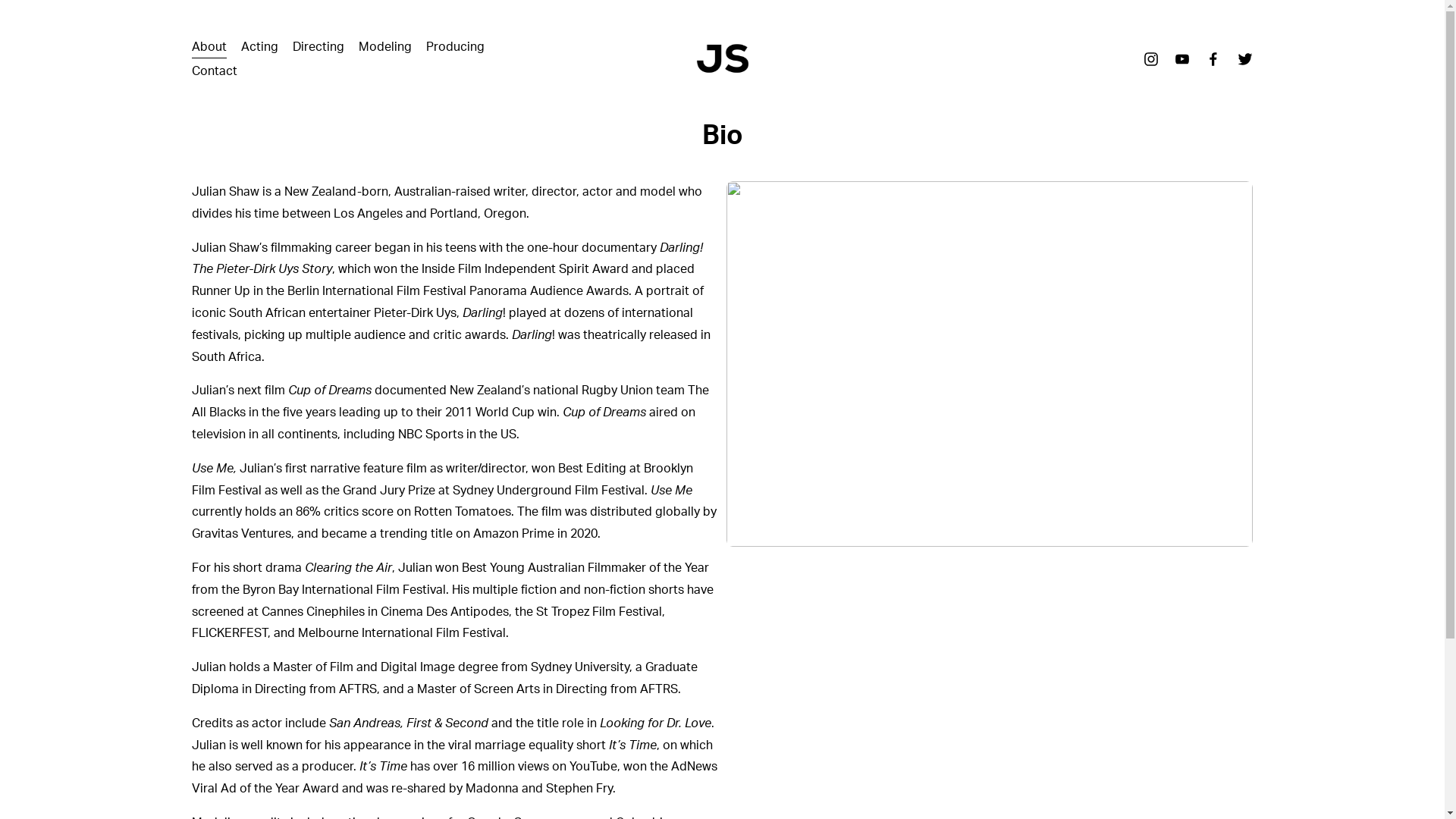 The height and width of the screenshot is (819, 1456). What do you see at coordinates (385, 45) in the screenshot?
I see `'Modeling'` at bounding box center [385, 45].